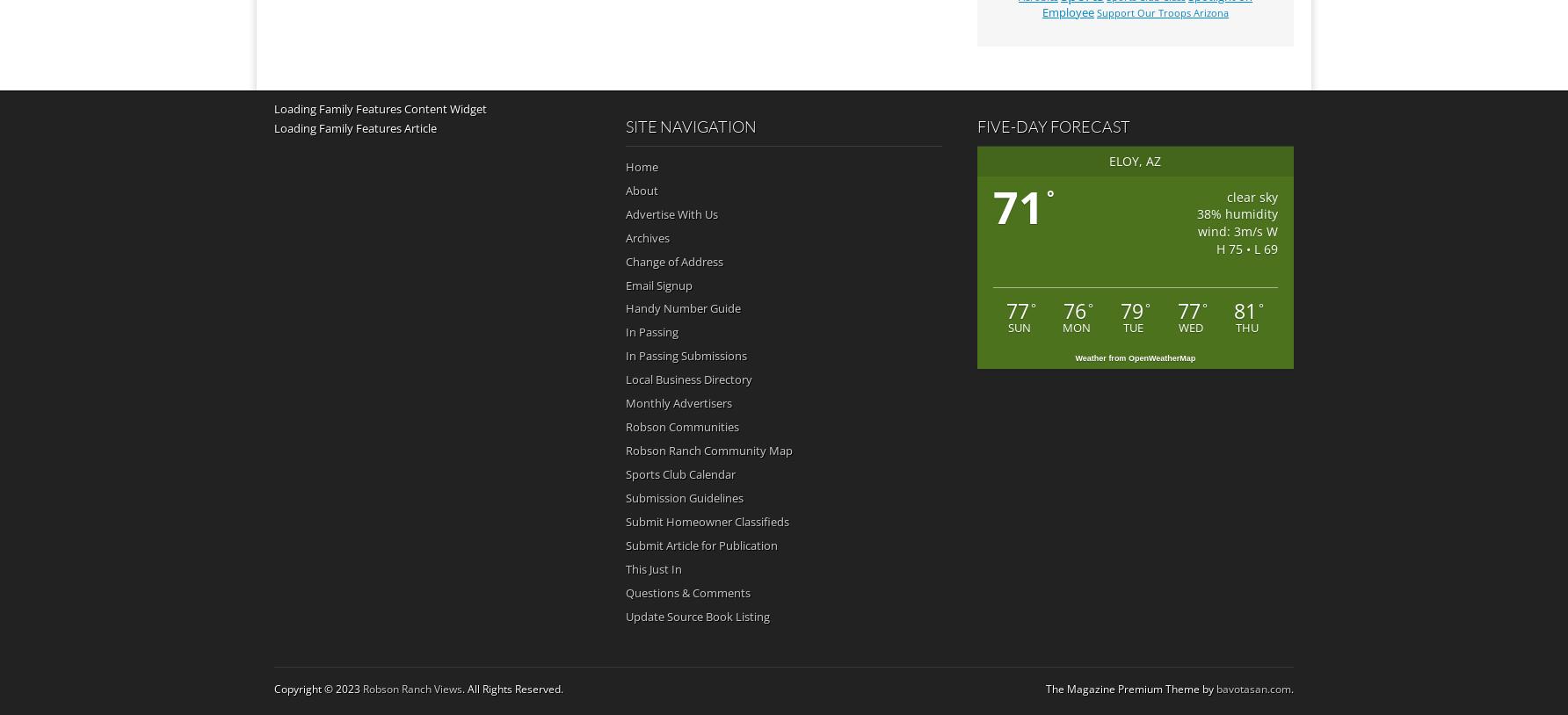 The image size is (1568, 715). I want to click on 'Weather from OpenWeatherMap', so click(1134, 357).